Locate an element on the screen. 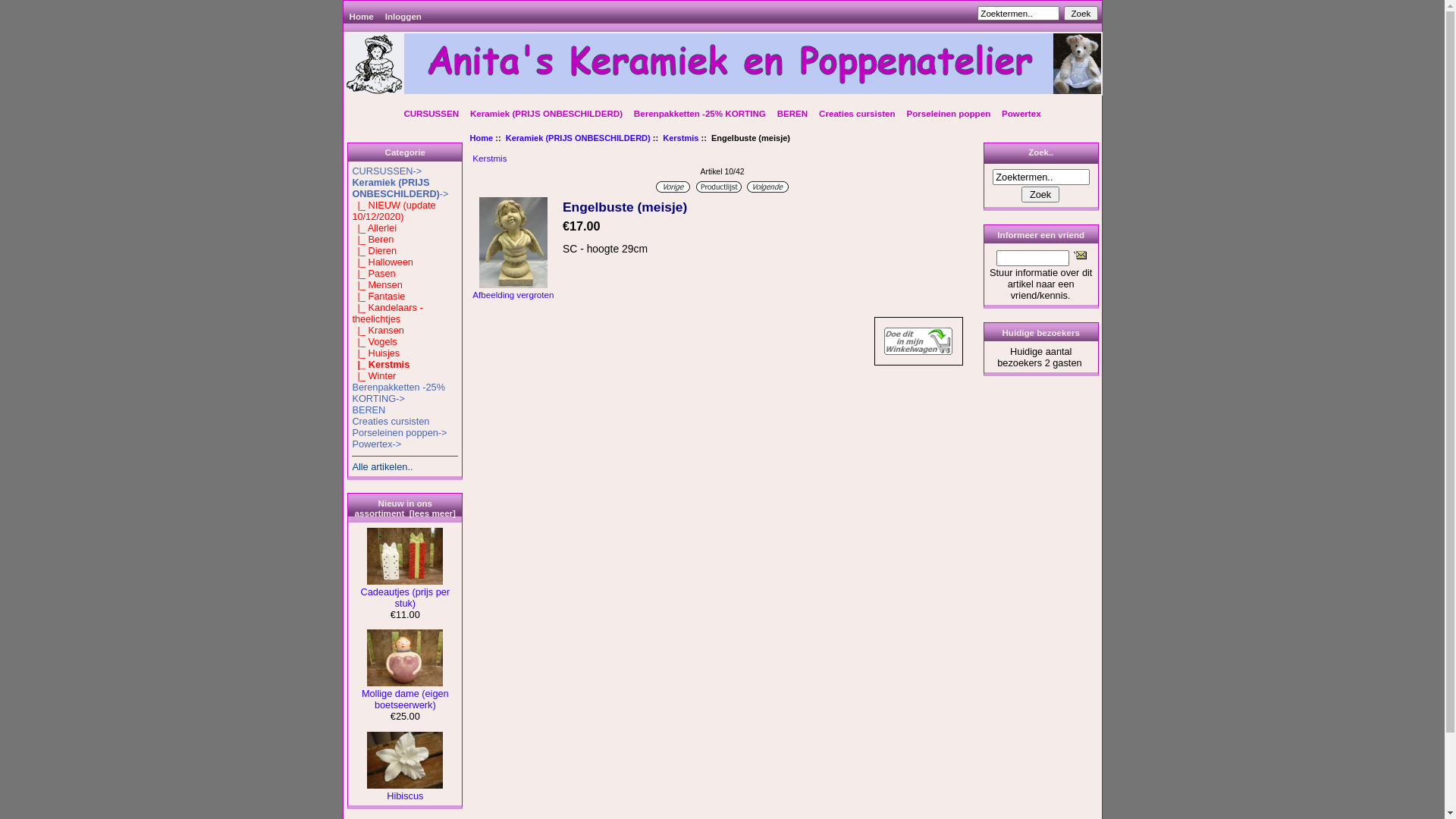  ' Volgende ' is located at coordinates (767, 186).